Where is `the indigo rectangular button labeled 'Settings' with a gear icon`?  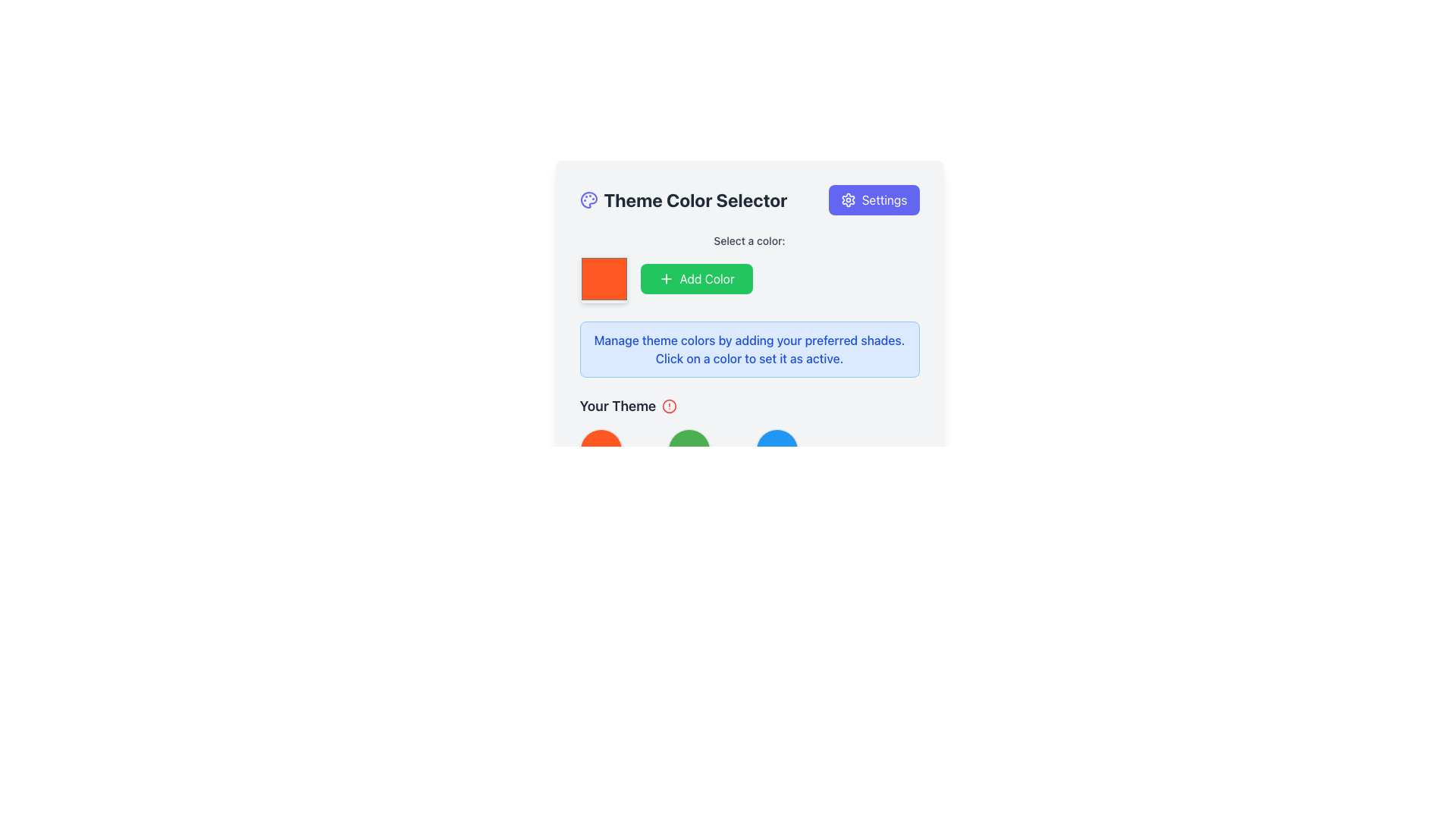 the indigo rectangular button labeled 'Settings' with a gear icon is located at coordinates (874, 199).